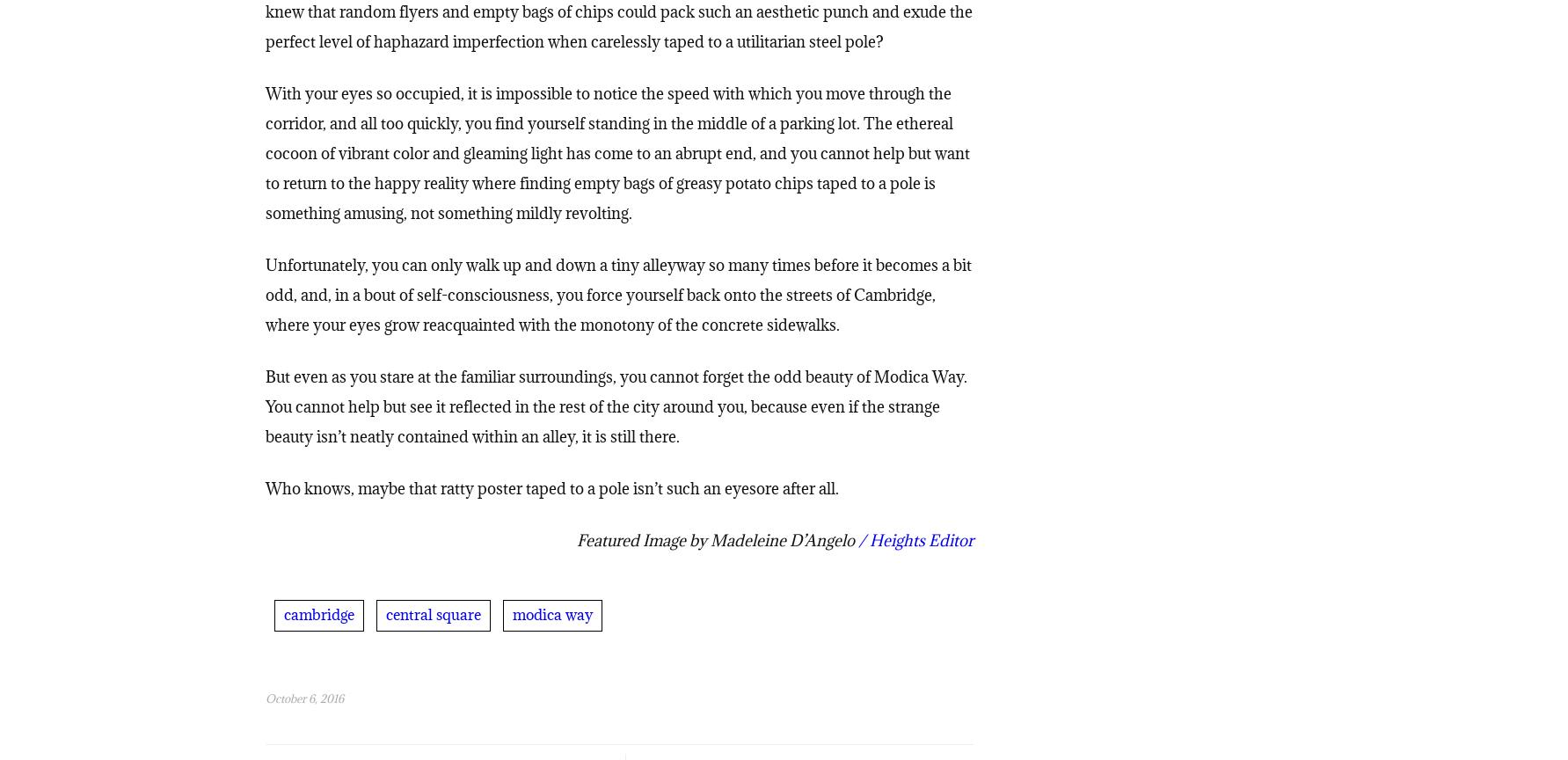  I want to click on 'Unfortunately, you can only walk up and down a tiny alleyway so many times before it becomes a bit odd, and, in a bout of self-consciousness, you force yourself back onto the streets of Cambridge, where your eyes grow reacquainted with the monotony of the concrete sidewalks.', so click(263, 297).